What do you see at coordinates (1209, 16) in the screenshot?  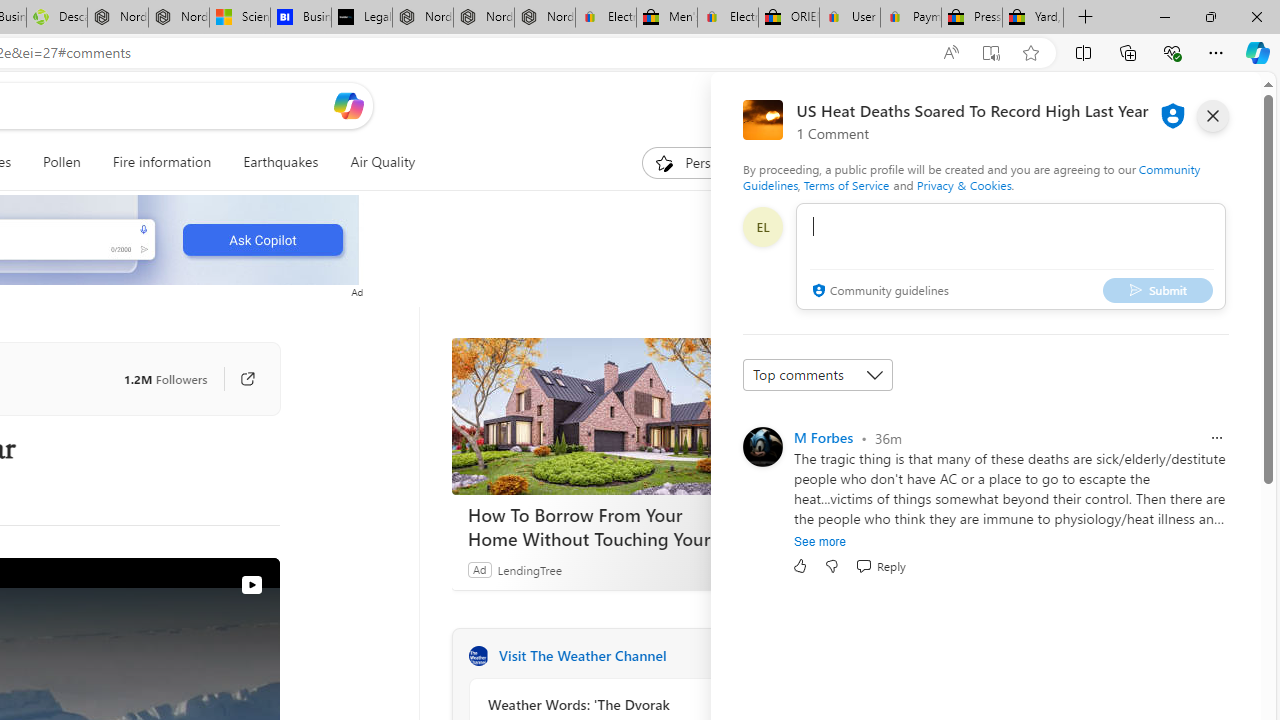 I see `'Restore'` at bounding box center [1209, 16].